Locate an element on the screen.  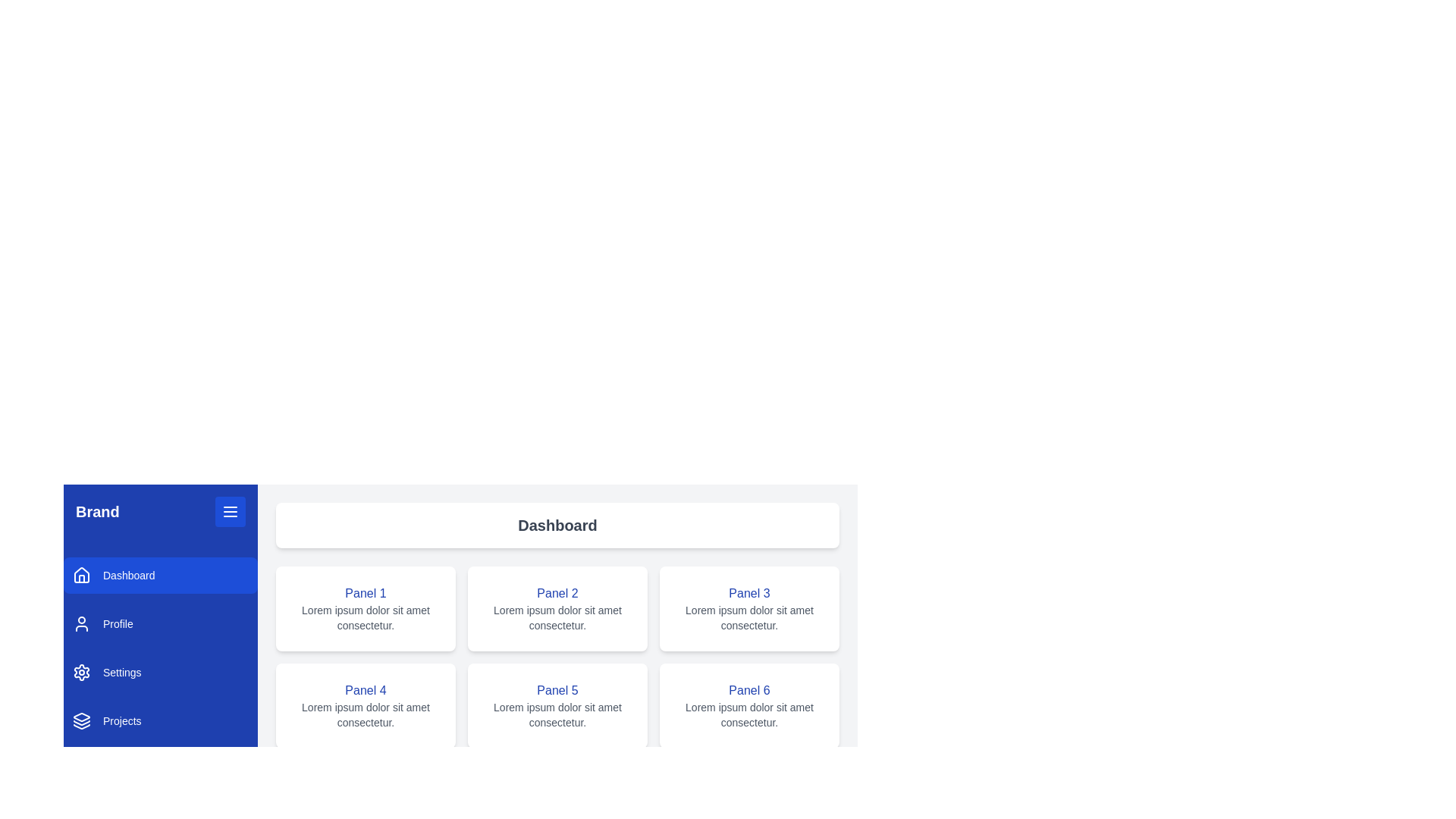
the text label located below the title 'Panel 6' on the 'Panel 6' card in the lower part of the card, positioned at the bottom-right corner of the grid layout is located at coordinates (749, 714).